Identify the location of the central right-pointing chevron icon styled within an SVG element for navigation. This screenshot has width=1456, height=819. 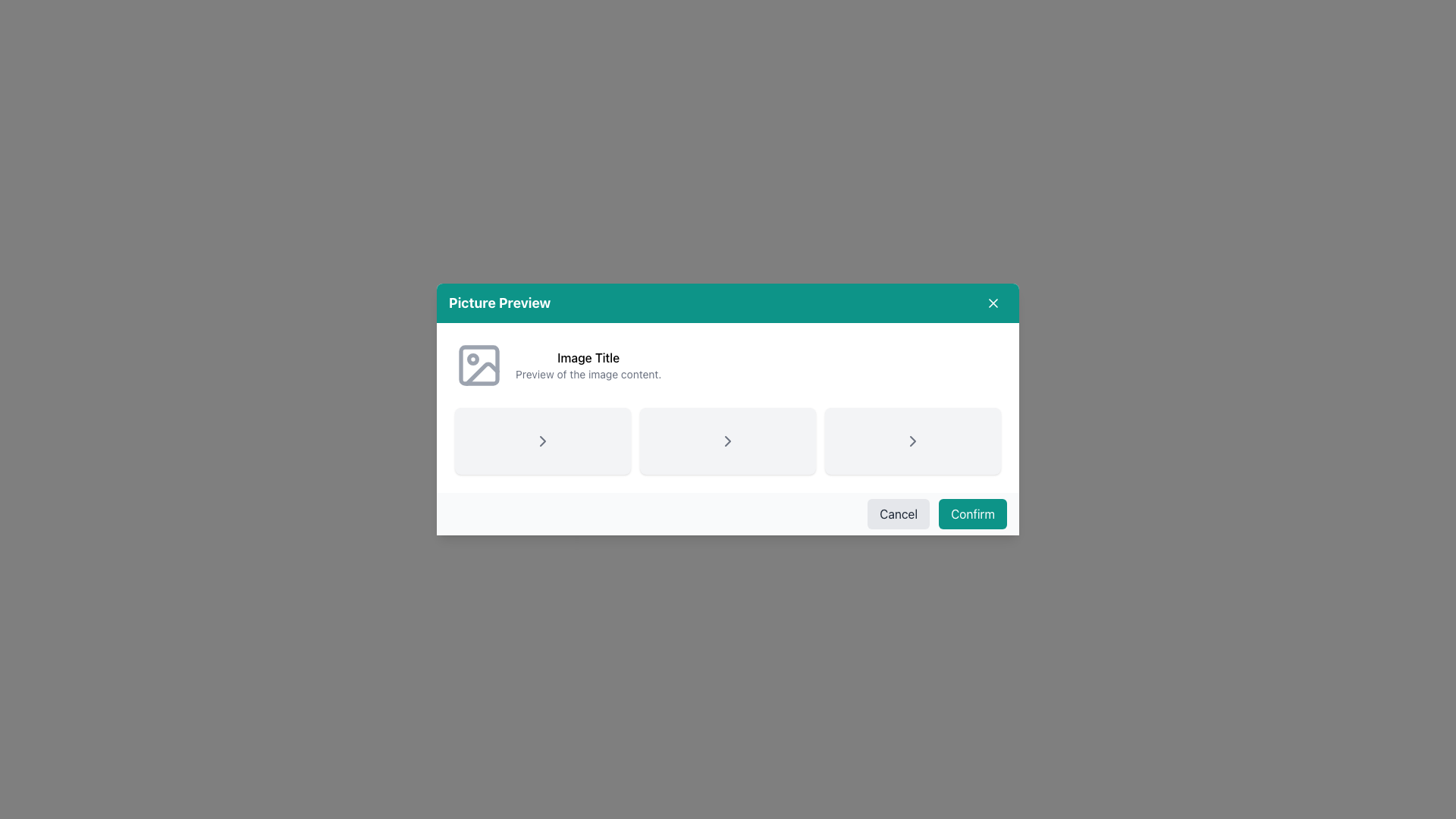
(728, 441).